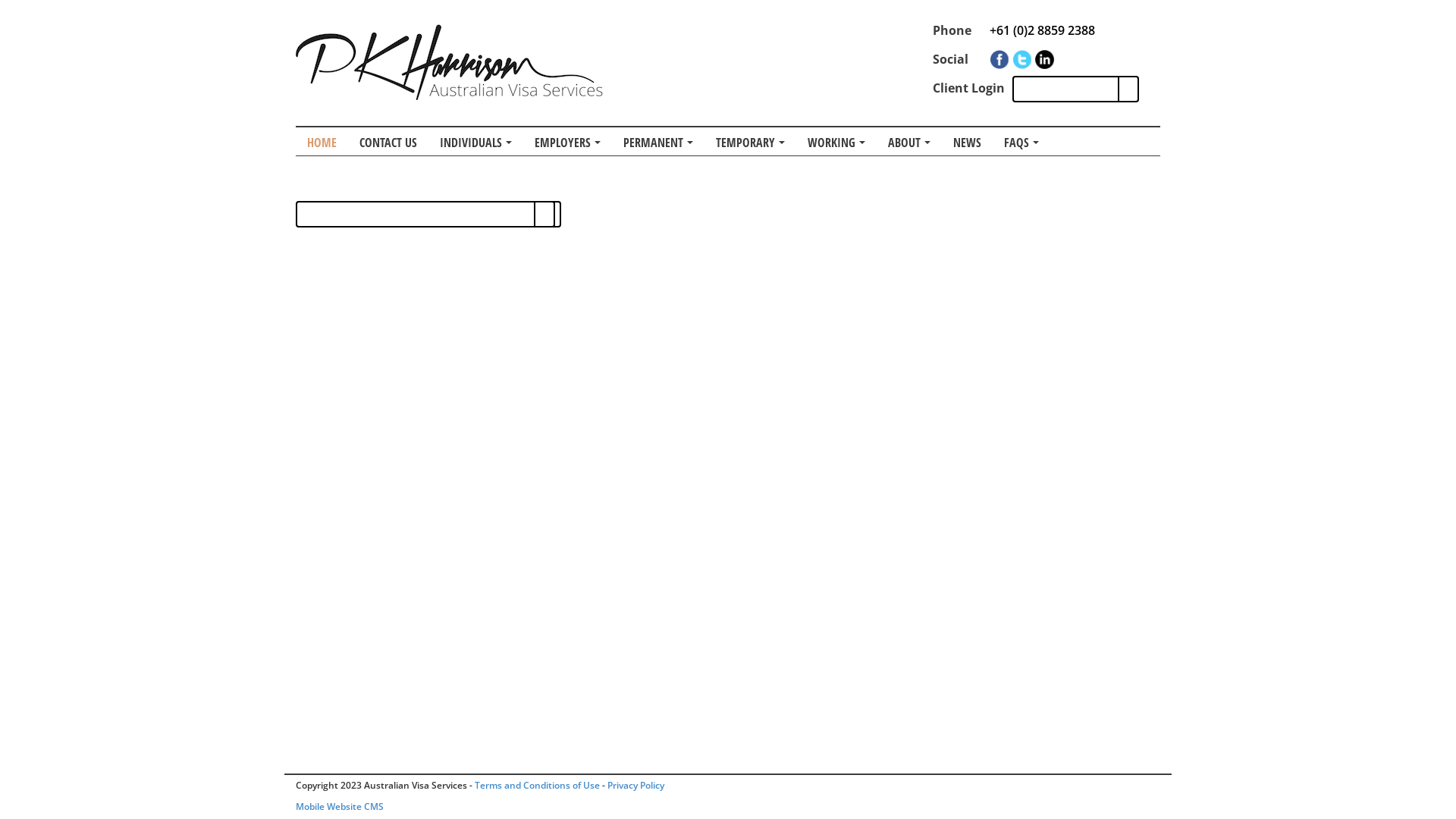 The width and height of the screenshot is (1456, 819). I want to click on 'HOME', so click(321, 141).